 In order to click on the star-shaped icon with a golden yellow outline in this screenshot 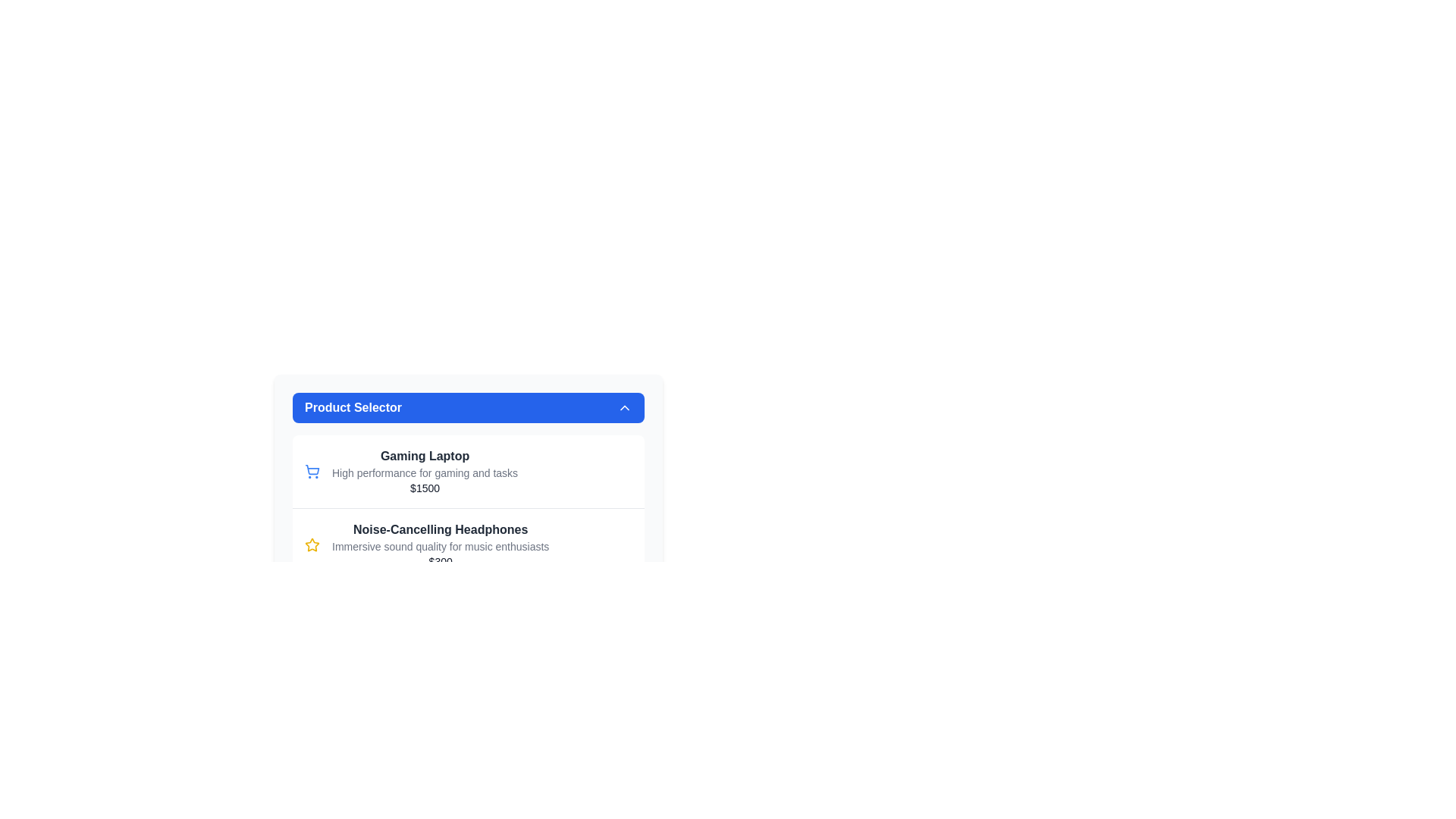, I will do `click(312, 544)`.